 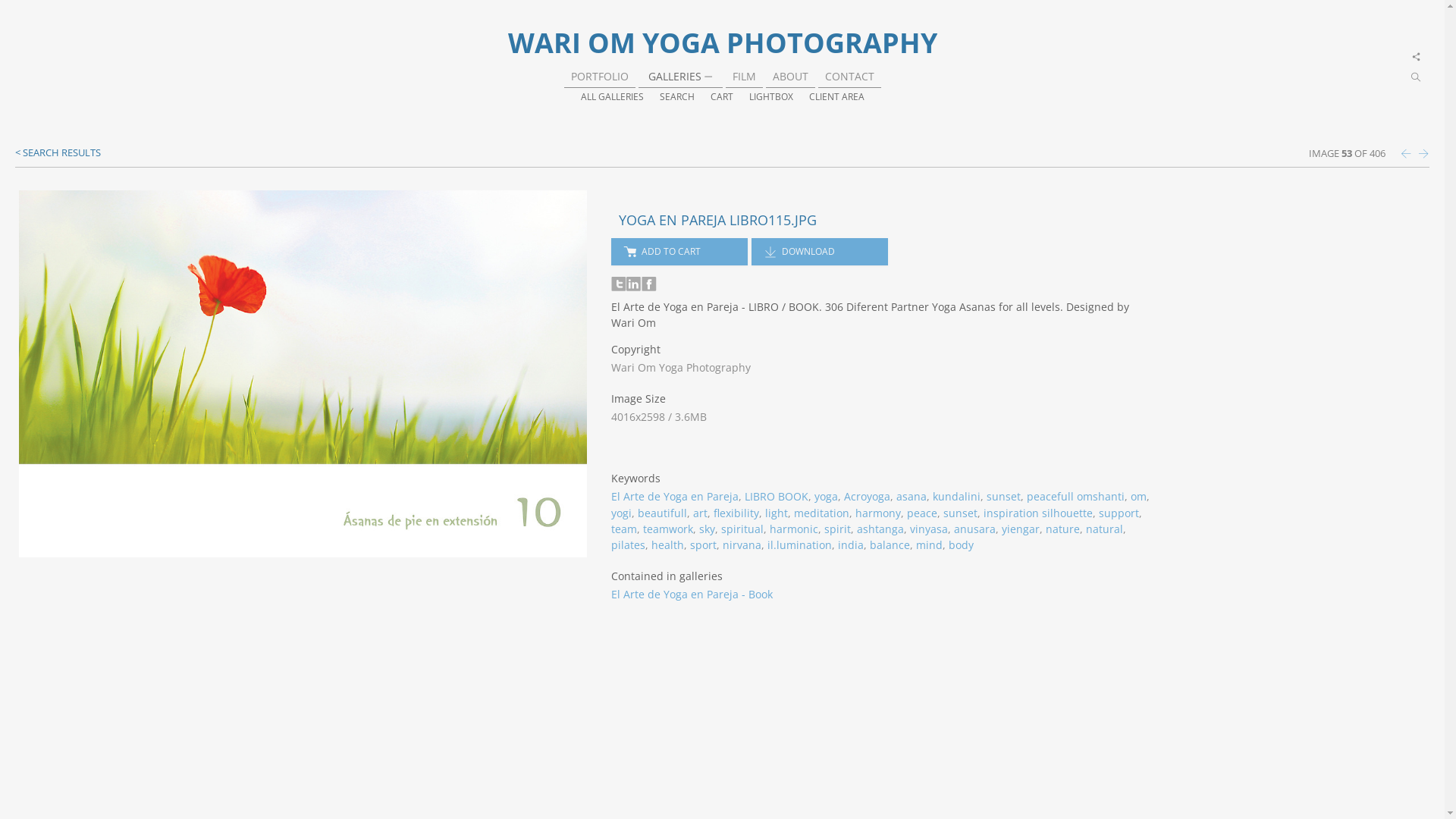 What do you see at coordinates (580, 96) in the screenshot?
I see `'ALL GALLERIES'` at bounding box center [580, 96].